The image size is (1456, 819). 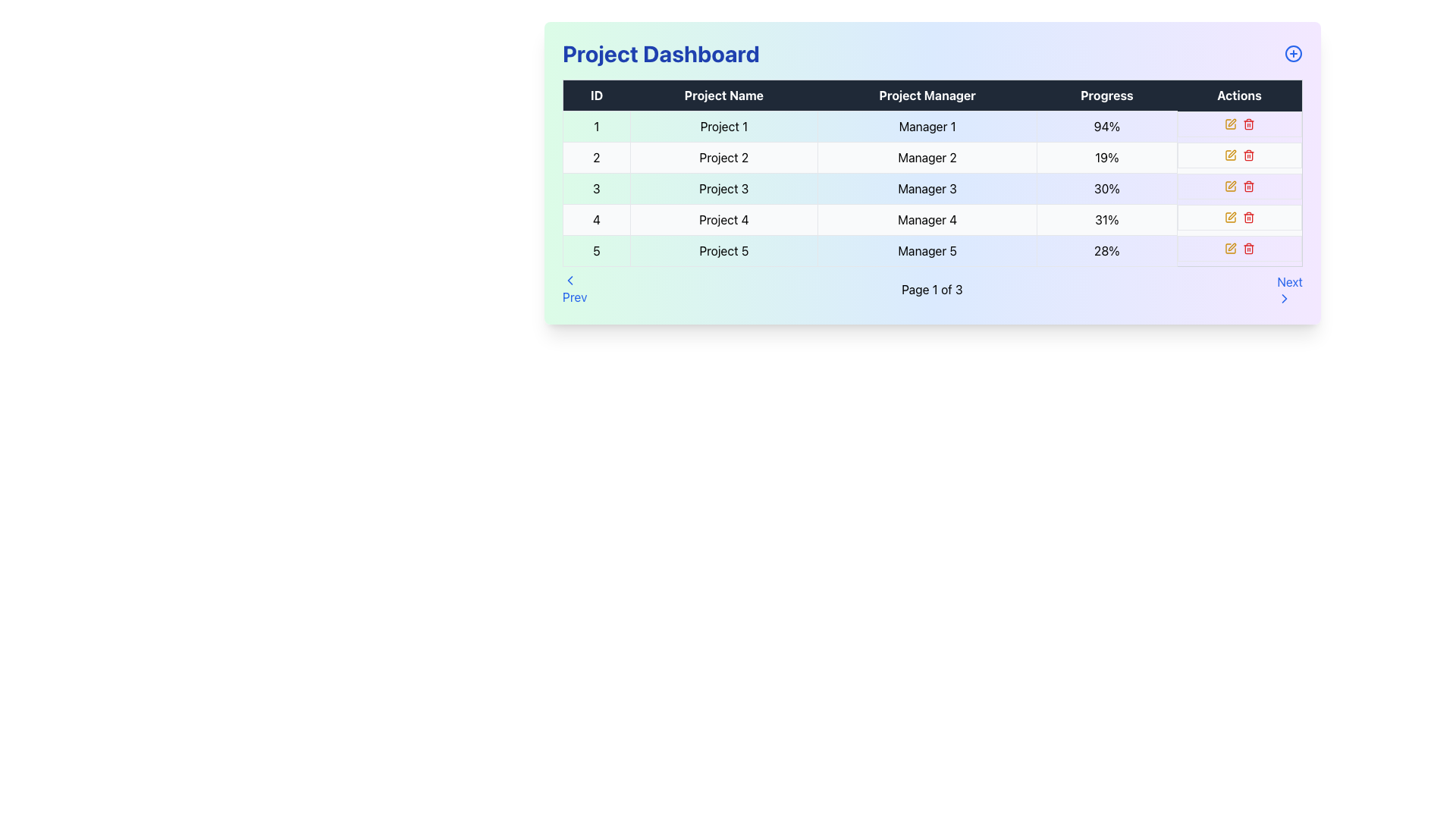 What do you see at coordinates (1232, 121) in the screenshot?
I see `the pencil icon in the fifth row under the 'Actions' column of the table to initiate editing` at bounding box center [1232, 121].